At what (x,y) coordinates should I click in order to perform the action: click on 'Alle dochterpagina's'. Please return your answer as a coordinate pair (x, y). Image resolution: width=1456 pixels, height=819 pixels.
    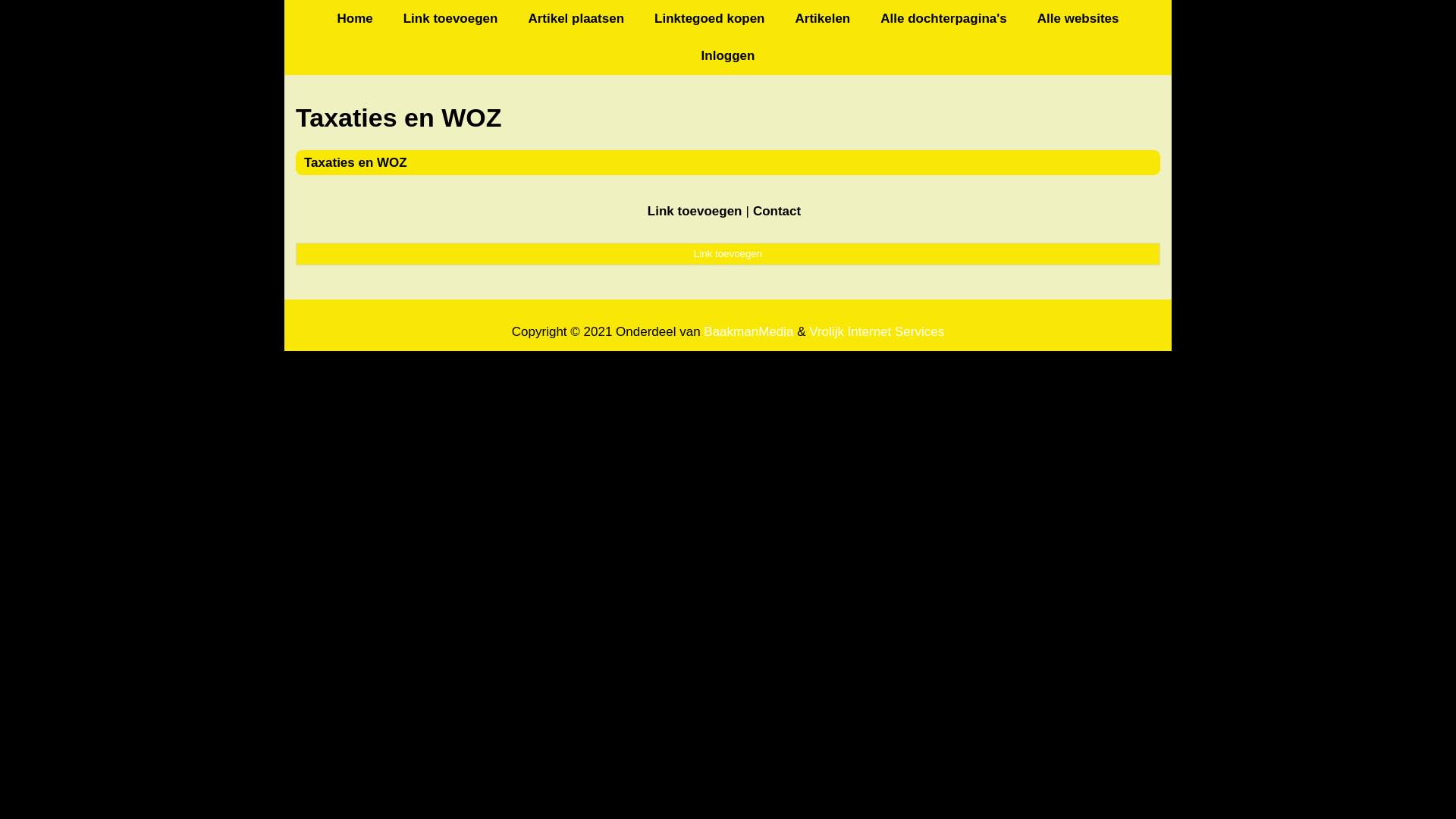
    Looking at the image, I should click on (943, 18).